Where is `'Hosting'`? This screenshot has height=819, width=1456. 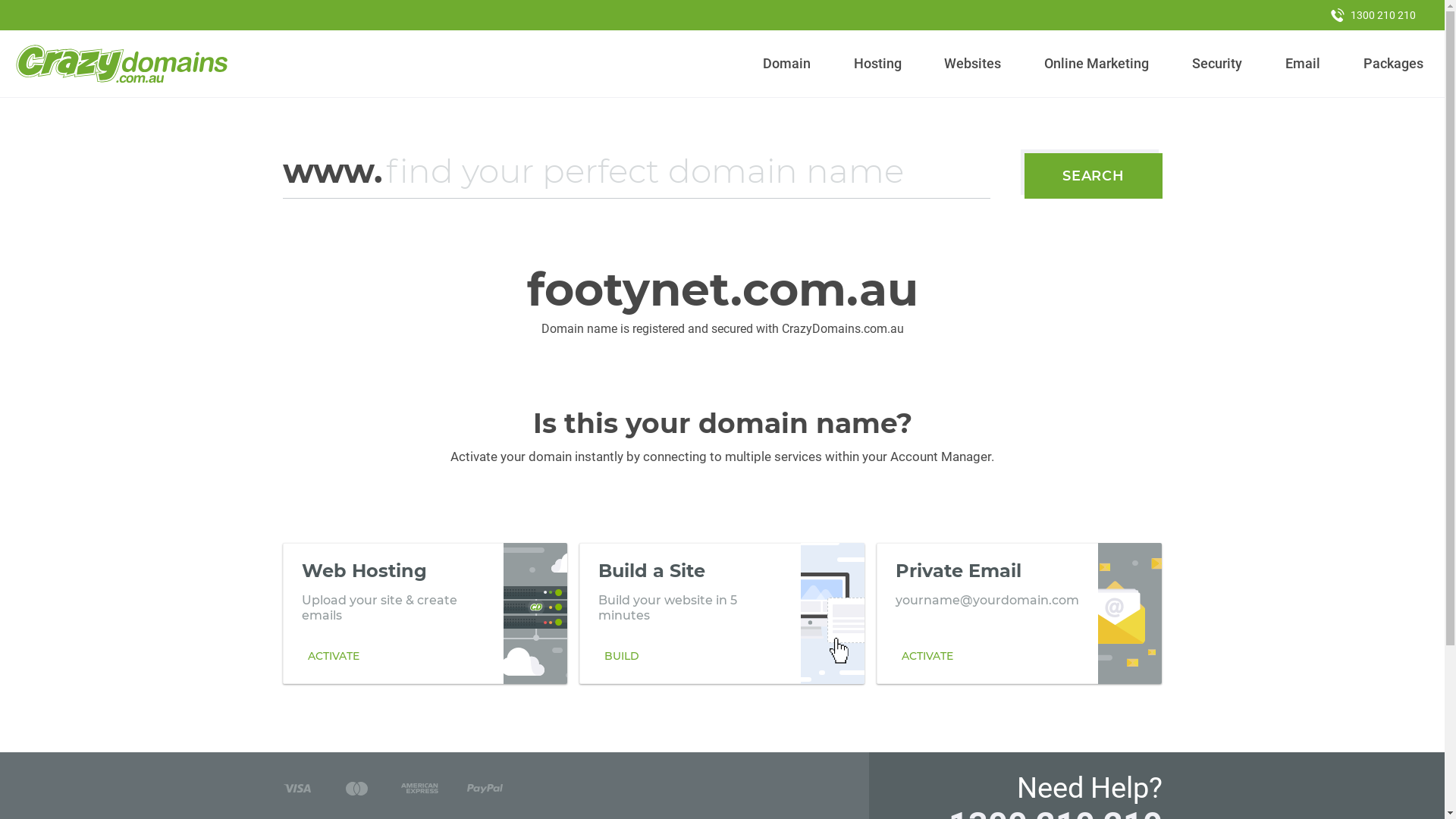
'Hosting' is located at coordinates (846, 63).